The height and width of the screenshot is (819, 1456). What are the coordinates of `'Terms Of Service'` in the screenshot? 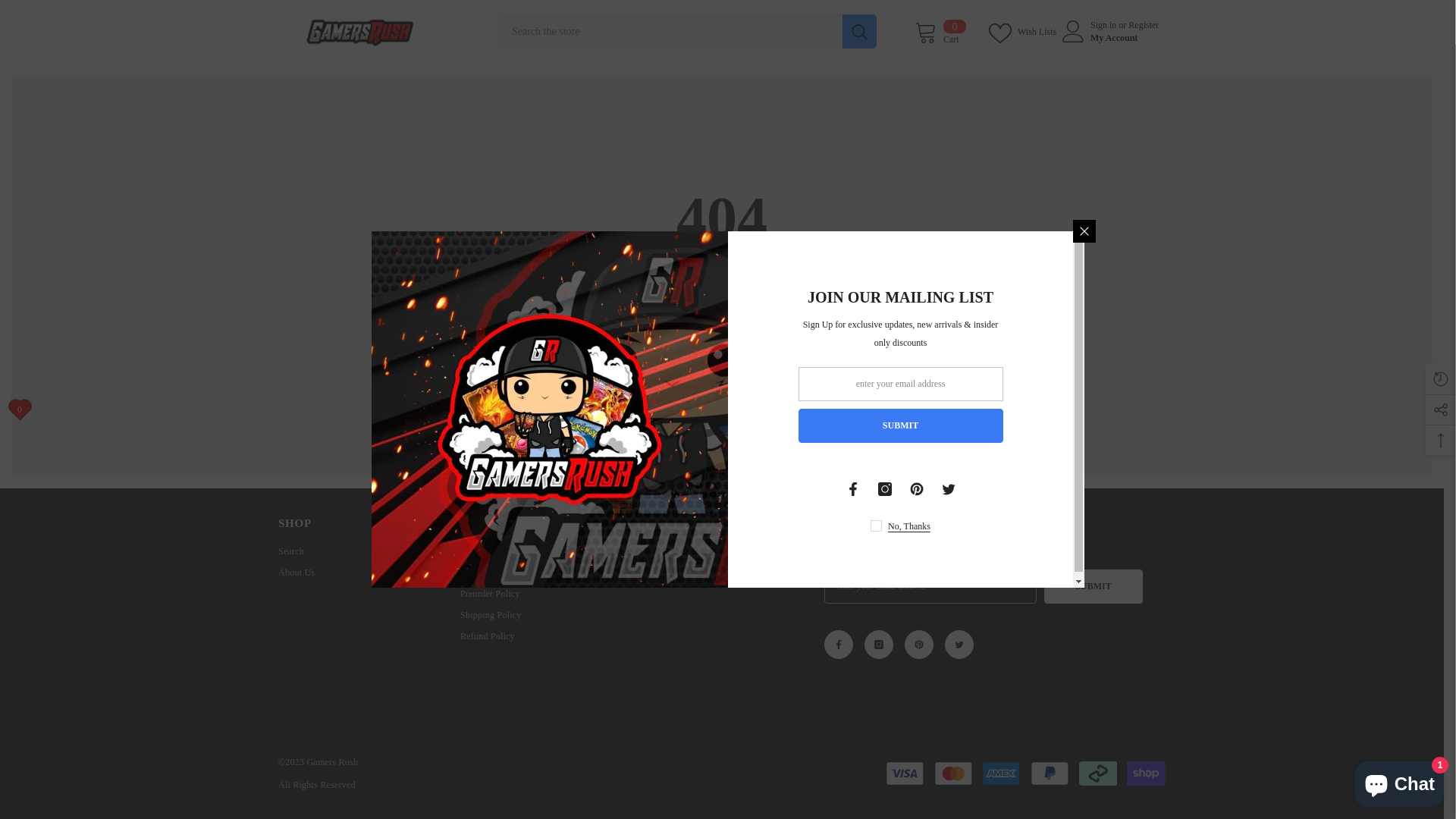 It's located at (494, 551).